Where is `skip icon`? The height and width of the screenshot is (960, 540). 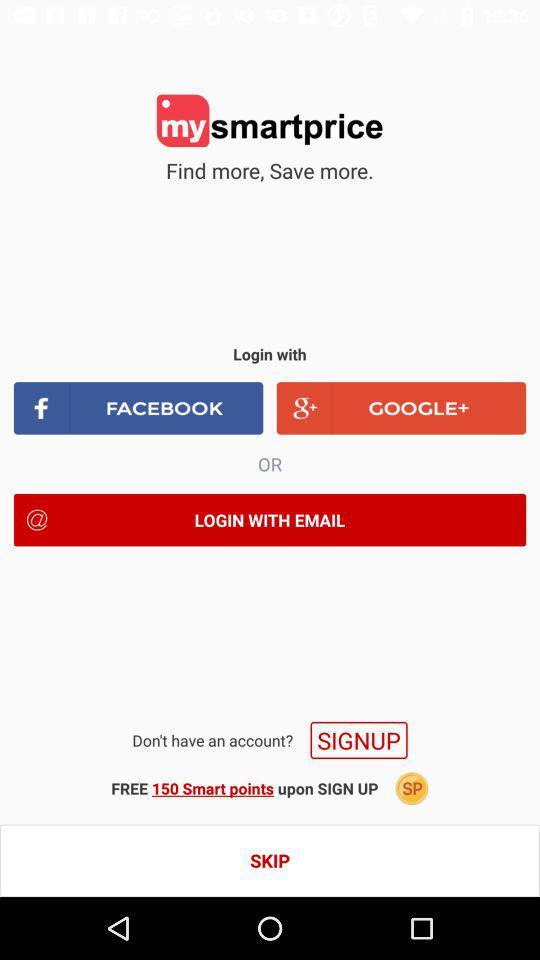
skip icon is located at coordinates (270, 859).